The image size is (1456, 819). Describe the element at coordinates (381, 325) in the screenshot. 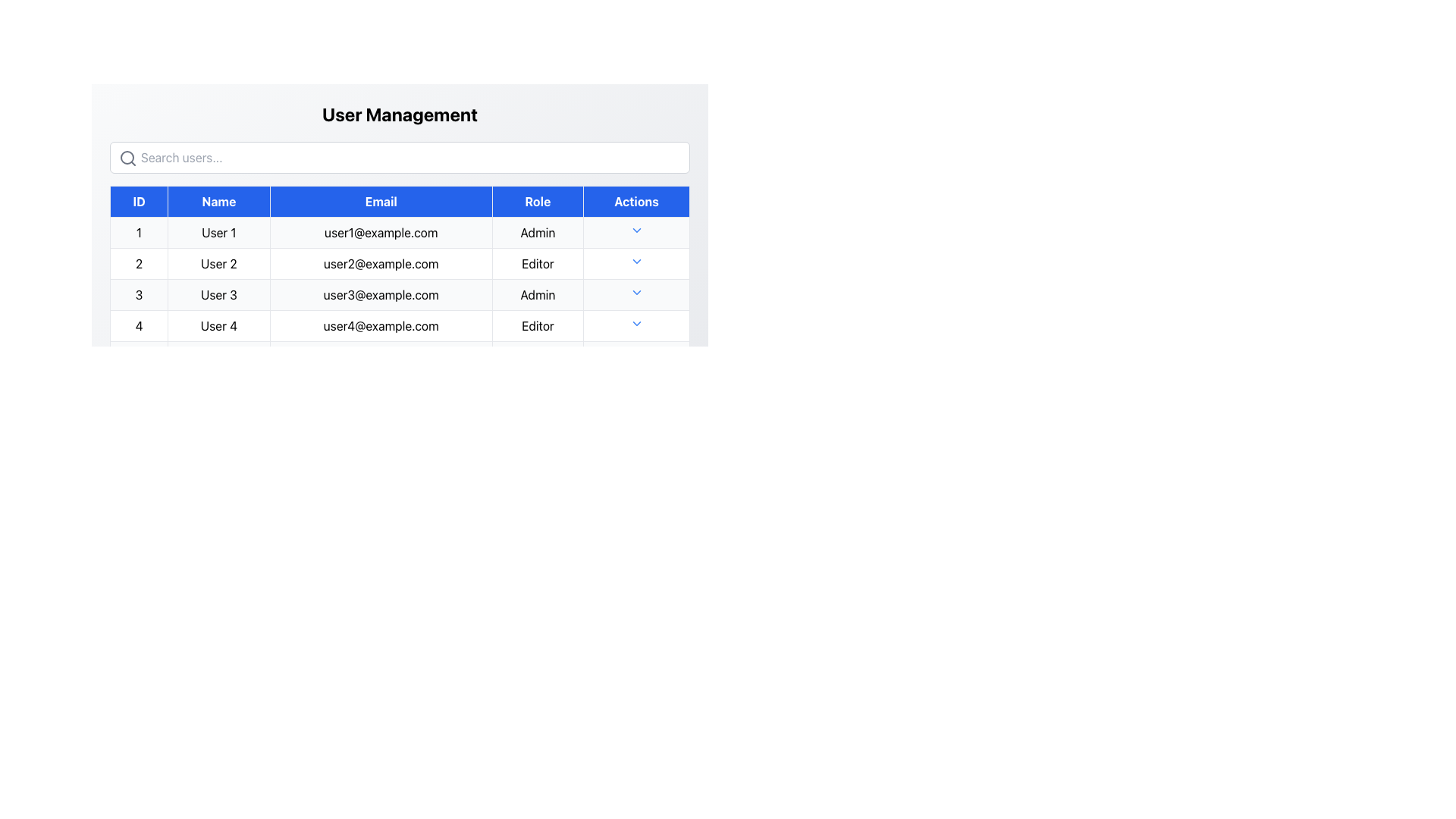

I see `the email address displayed in the third cell of the fourth row of the table` at that location.